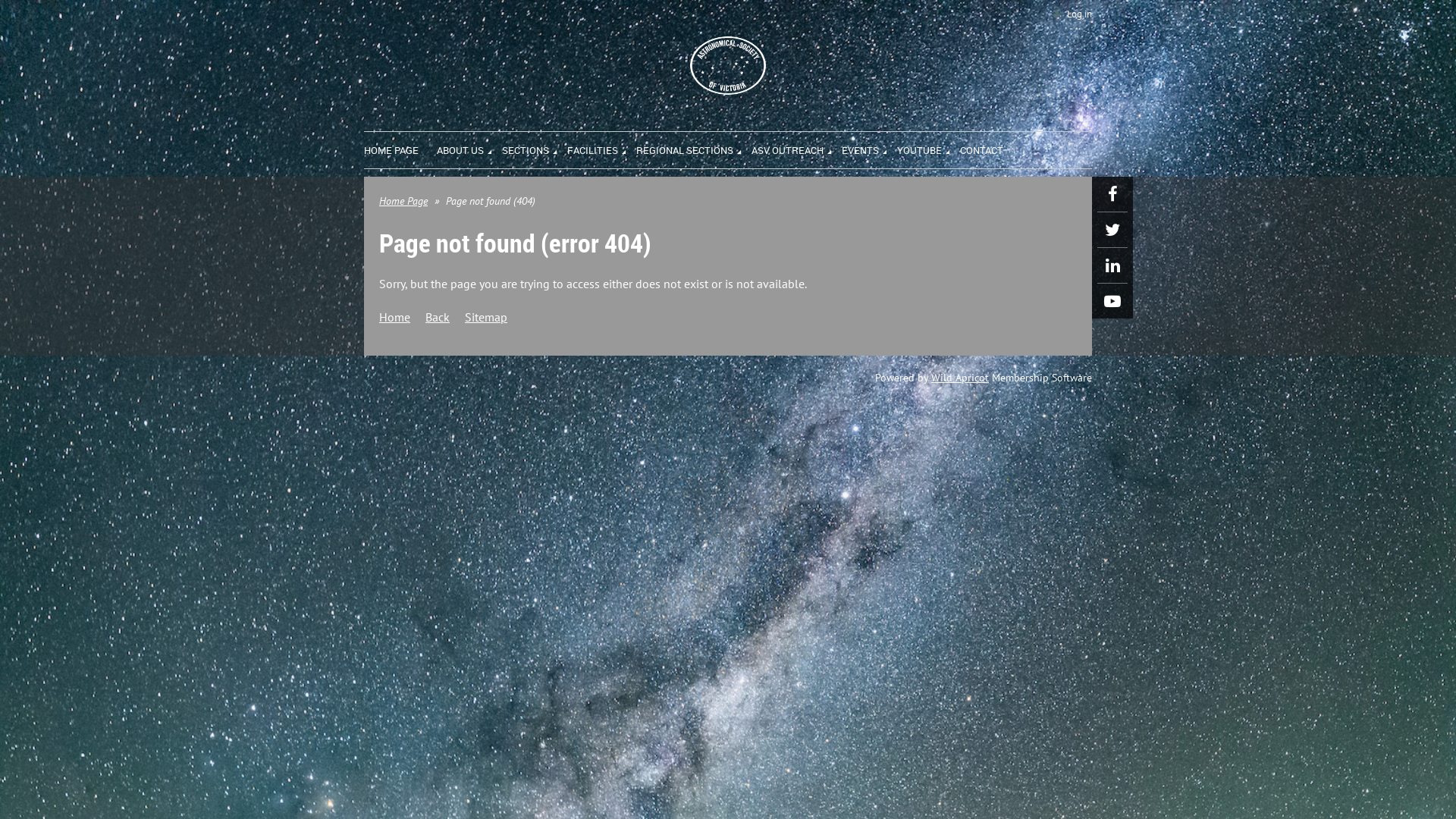  I want to click on 'Home Page', so click(403, 200).